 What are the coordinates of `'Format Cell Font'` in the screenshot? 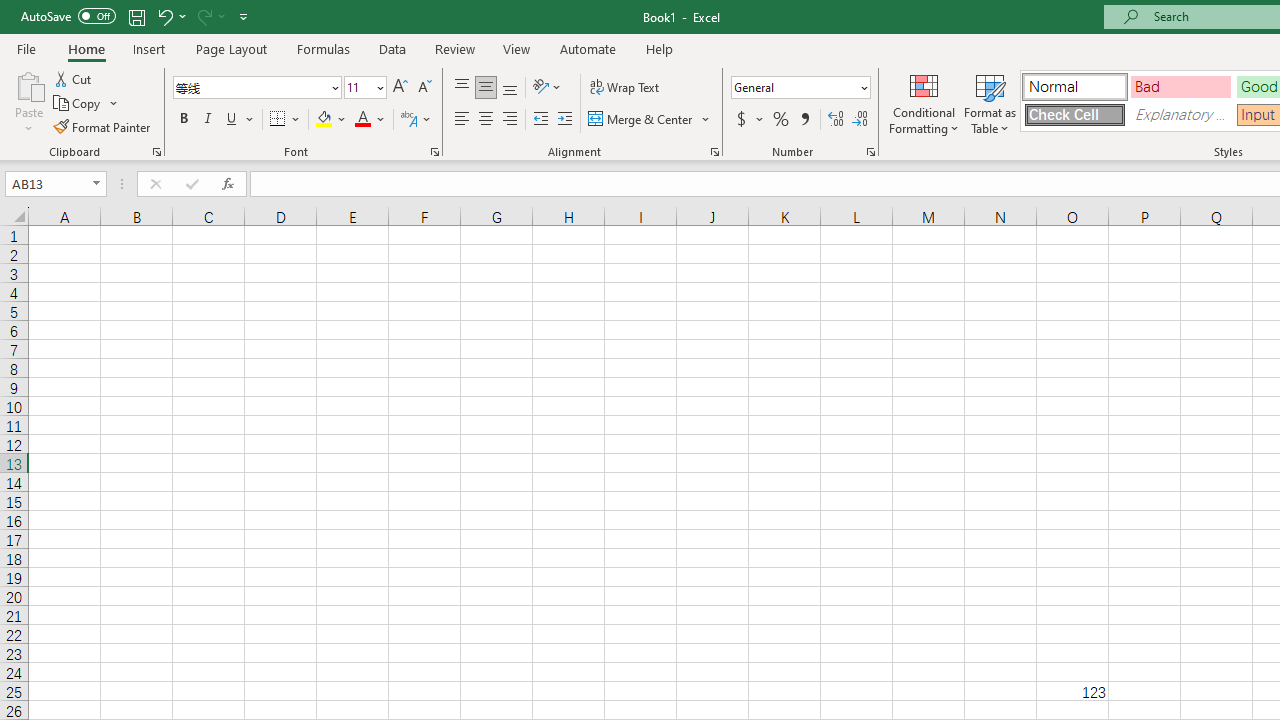 It's located at (434, 150).